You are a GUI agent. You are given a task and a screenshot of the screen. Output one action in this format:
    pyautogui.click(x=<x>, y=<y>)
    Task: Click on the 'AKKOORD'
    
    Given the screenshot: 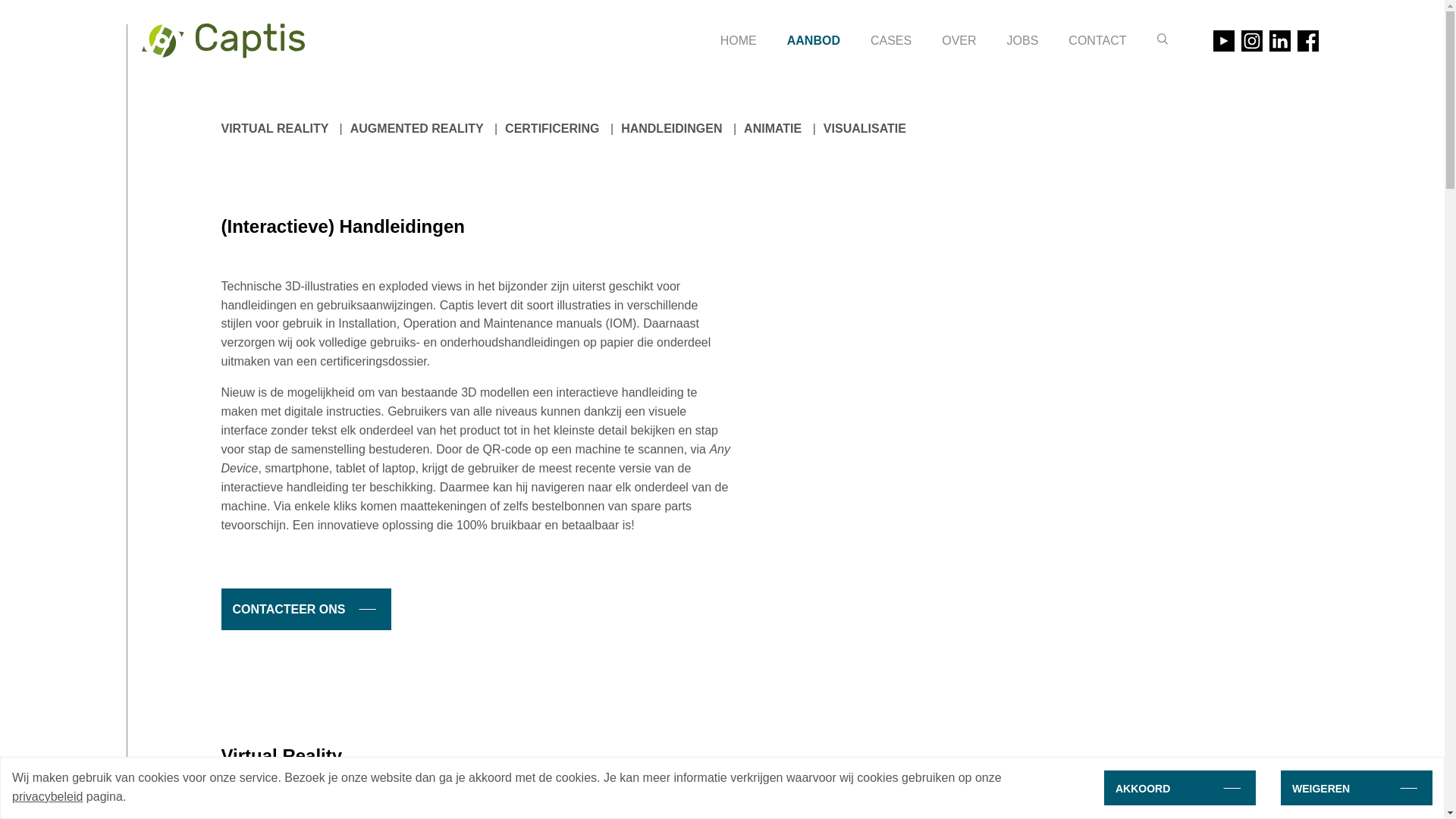 What is the action you would take?
    pyautogui.click(x=1178, y=786)
    